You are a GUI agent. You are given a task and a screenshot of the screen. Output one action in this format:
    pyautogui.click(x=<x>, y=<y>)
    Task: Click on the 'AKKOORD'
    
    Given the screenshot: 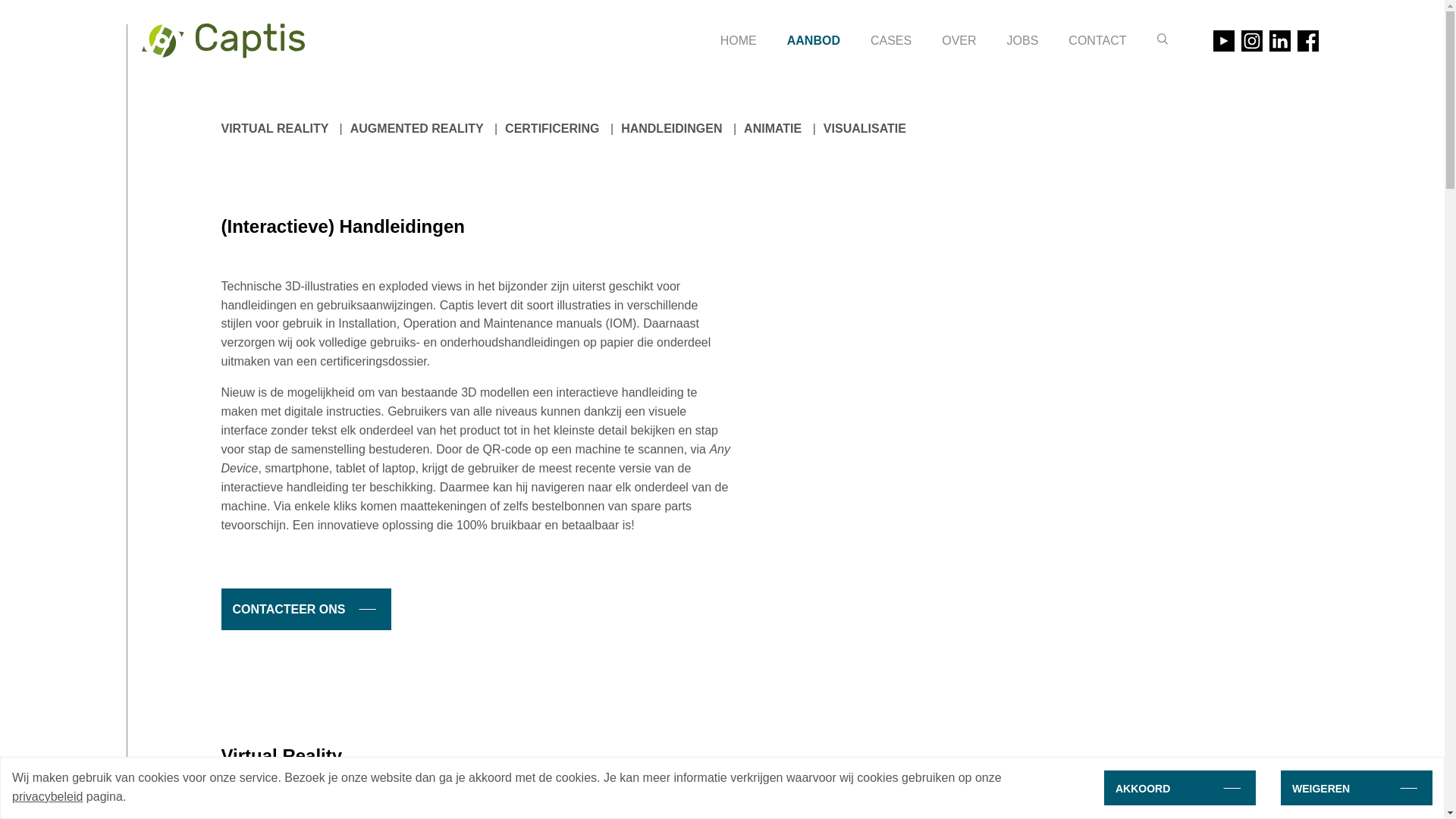 What is the action you would take?
    pyautogui.click(x=1178, y=786)
    